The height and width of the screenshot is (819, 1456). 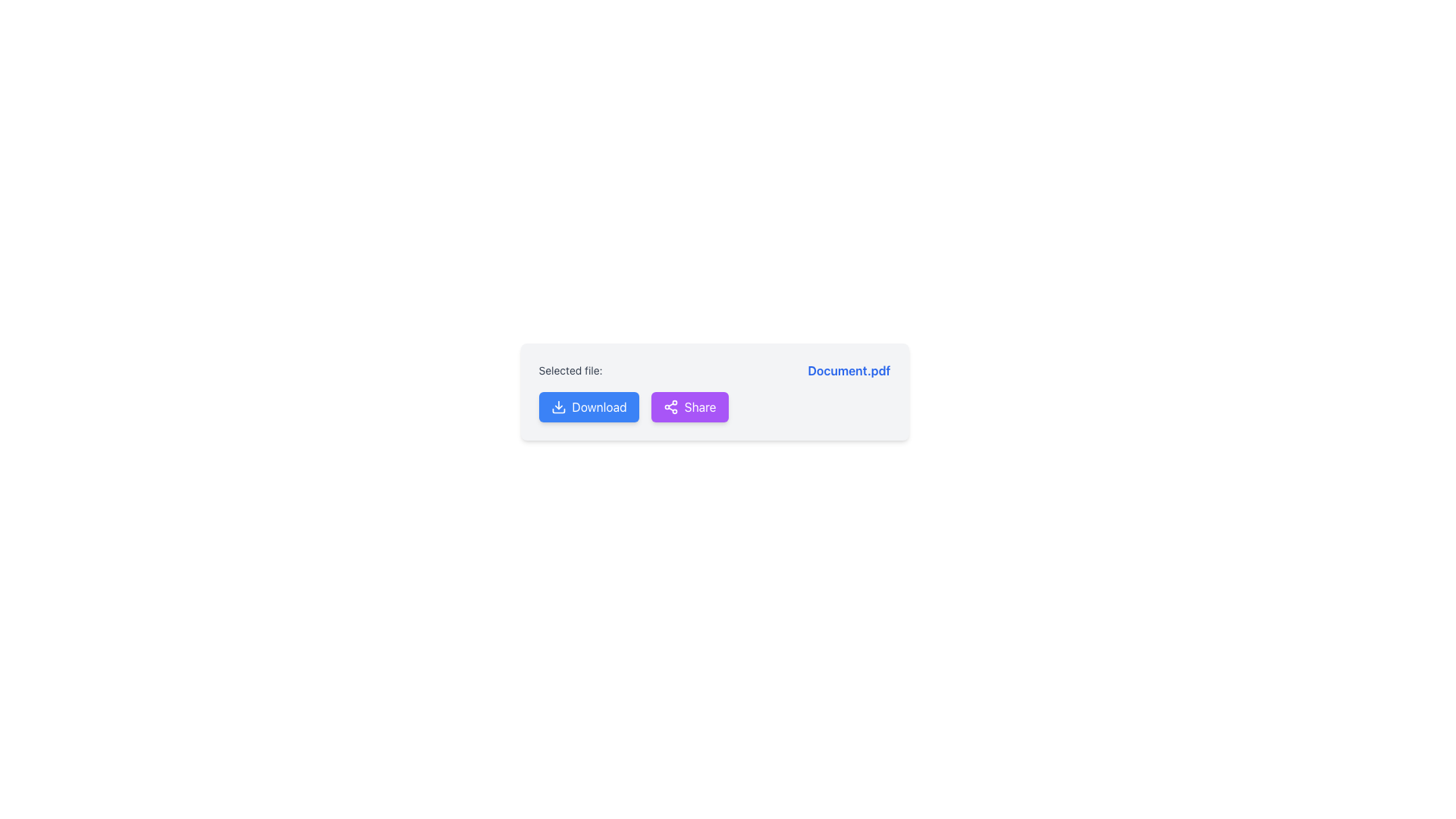 What do you see at coordinates (557, 406) in the screenshot?
I see `the download icon located to the left of the 'Download' text label within the Download button` at bounding box center [557, 406].